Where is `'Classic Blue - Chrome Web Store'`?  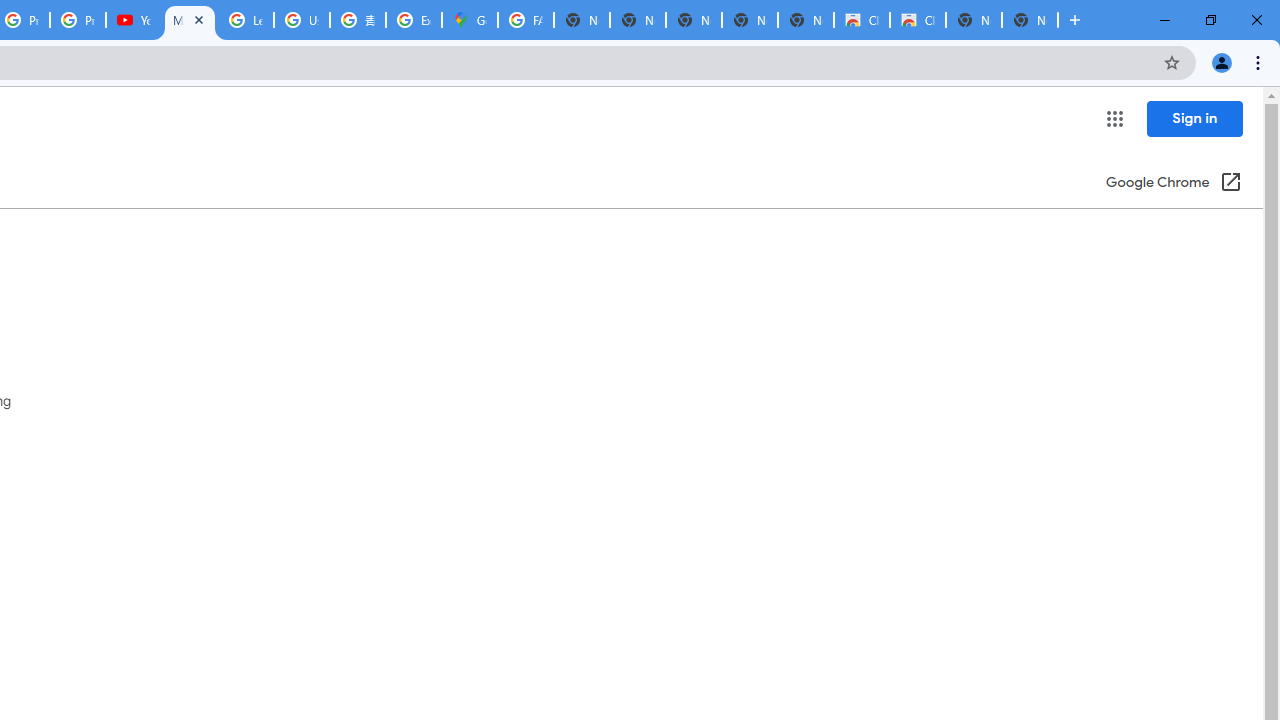
'Classic Blue - Chrome Web Store' is located at coordinates (916, 20).